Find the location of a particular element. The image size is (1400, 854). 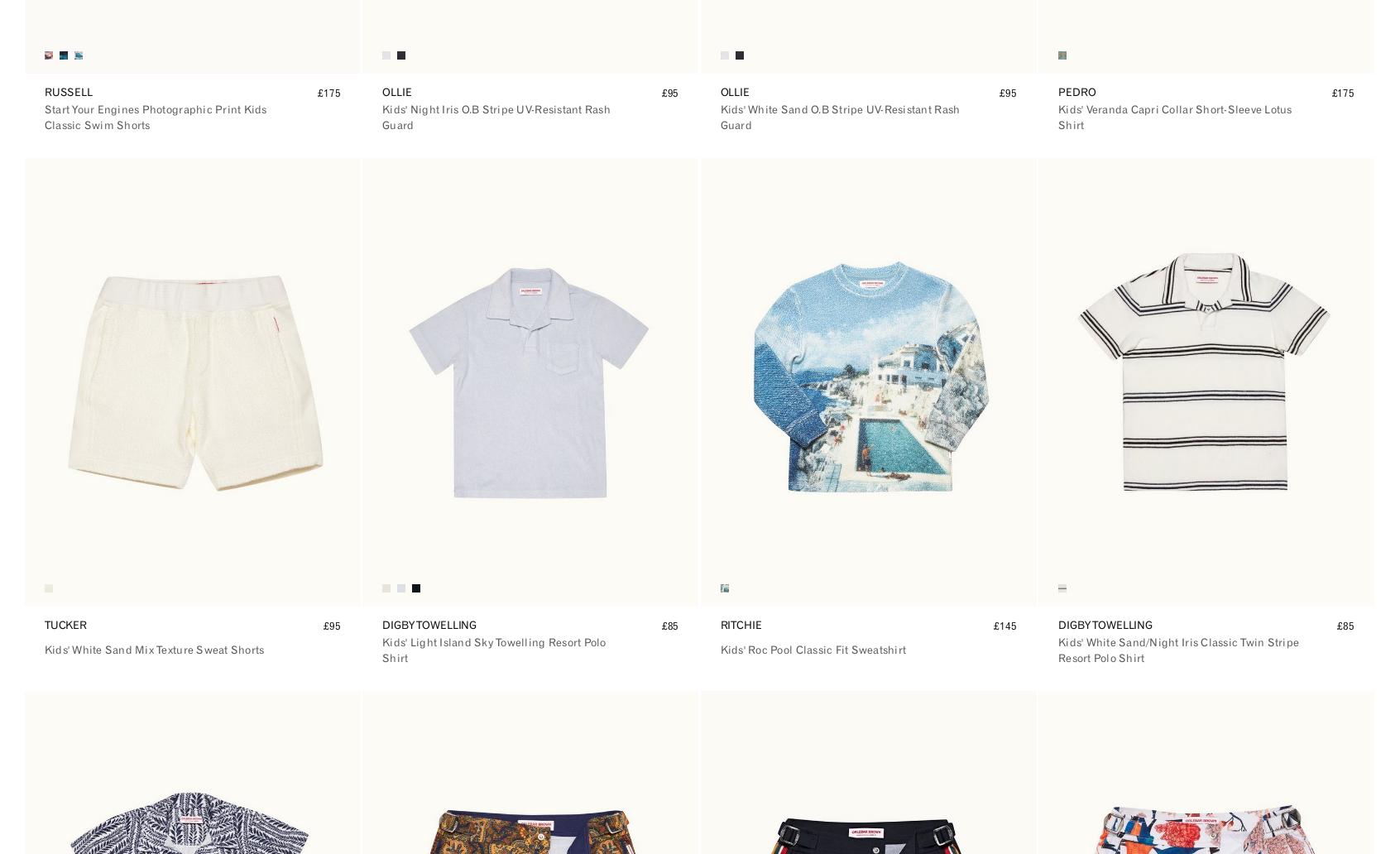

'Kids' Night Iris O.B Stripe UV-Resistant Rash Guard' is located at coordinates (381, 116).